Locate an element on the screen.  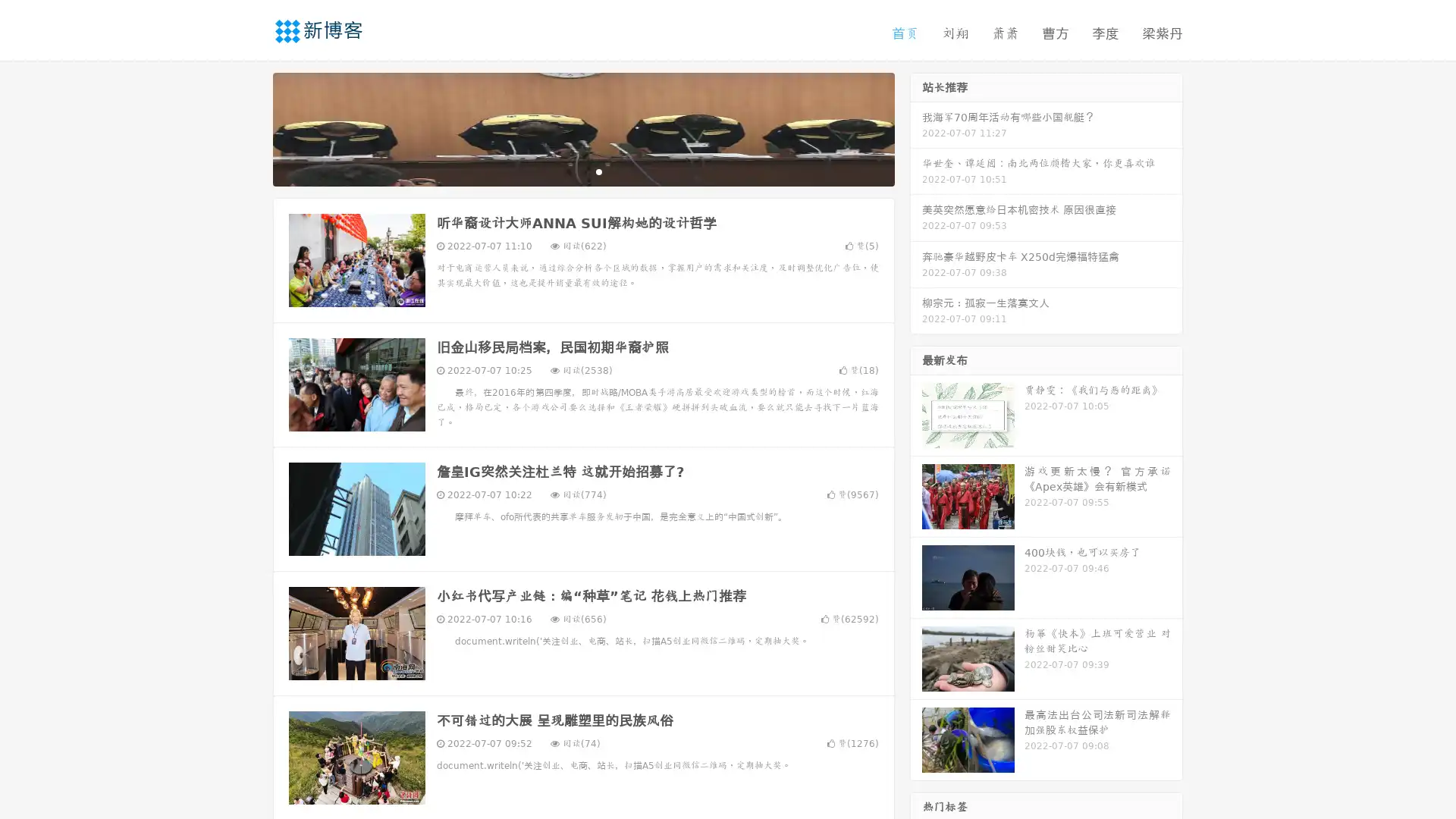
Go to slide 1 is located at coordinates (567, 171).